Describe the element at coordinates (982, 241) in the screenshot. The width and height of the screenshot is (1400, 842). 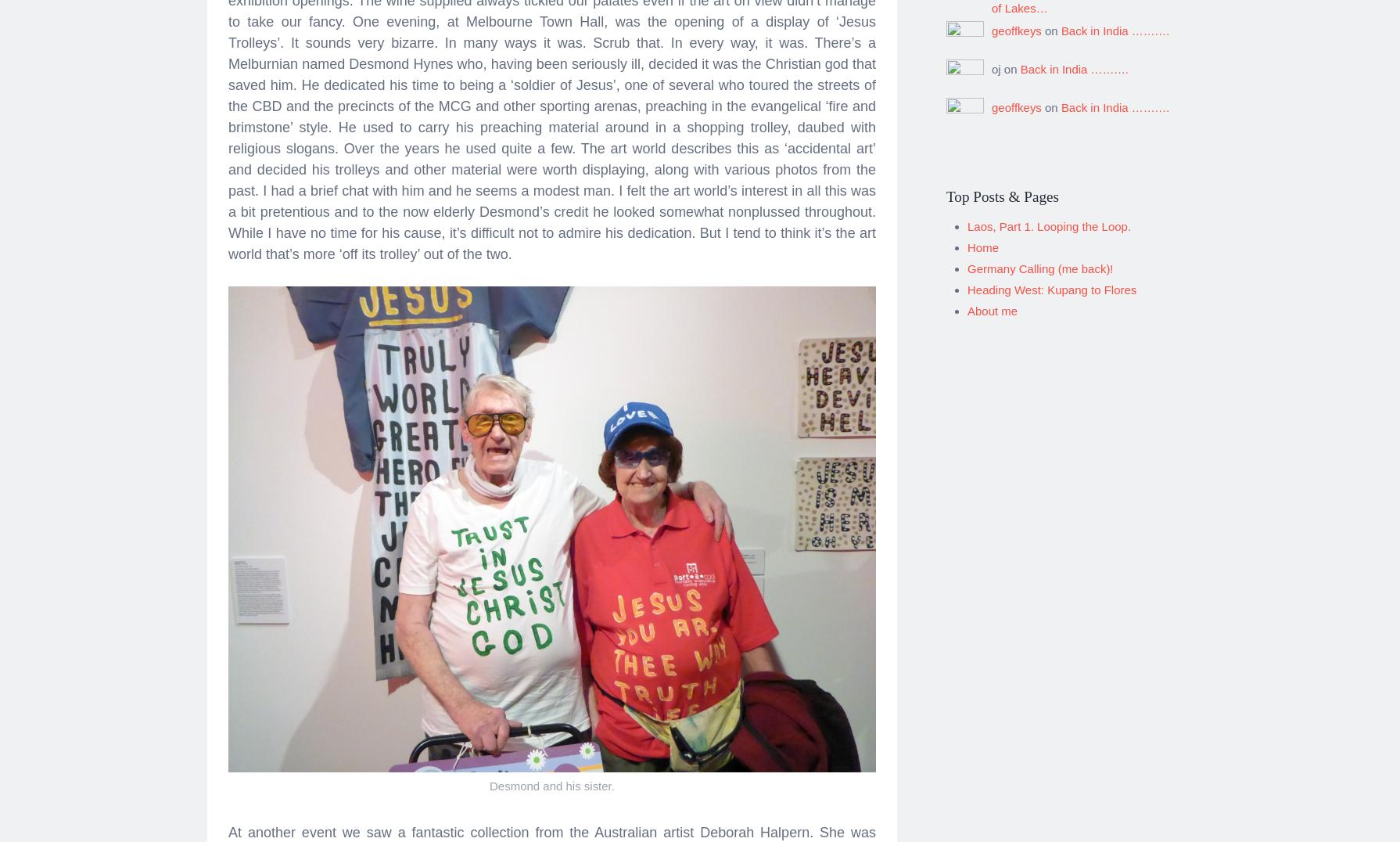
I see `'Home'` at that location.